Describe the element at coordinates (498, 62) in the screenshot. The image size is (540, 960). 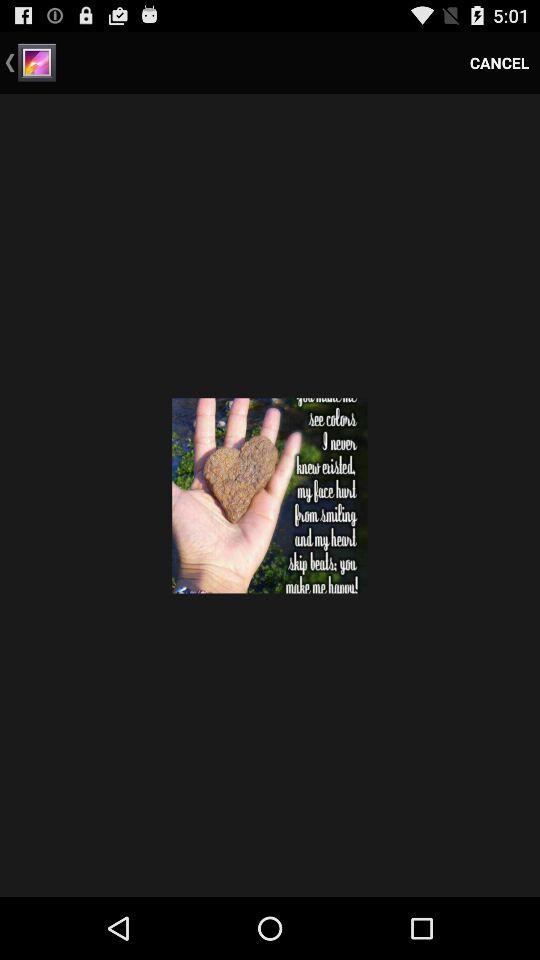
I see `the icon at the top right corner` at that location.